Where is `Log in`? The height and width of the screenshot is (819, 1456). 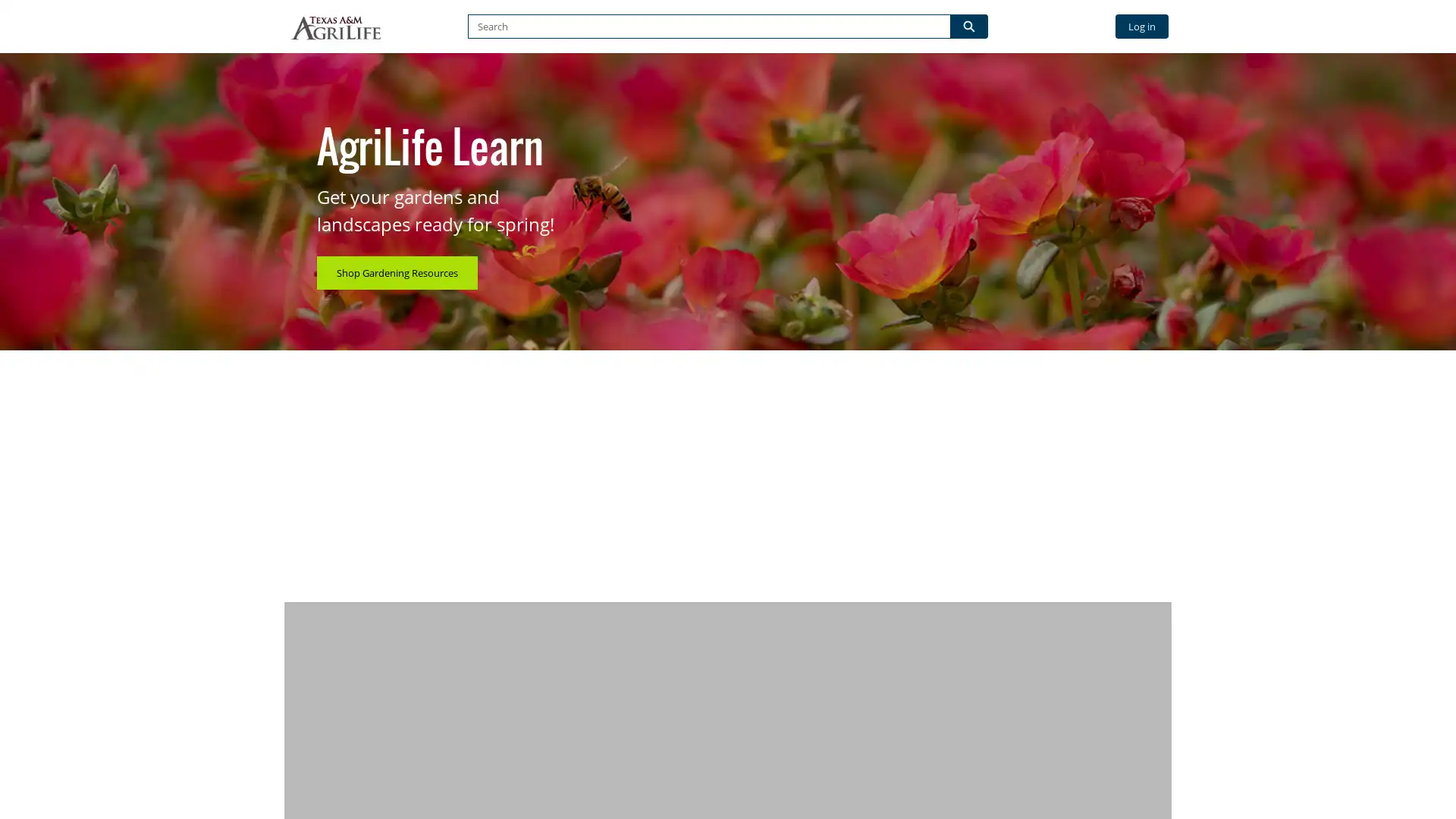 Log in is located at coordinates (1142, 26).